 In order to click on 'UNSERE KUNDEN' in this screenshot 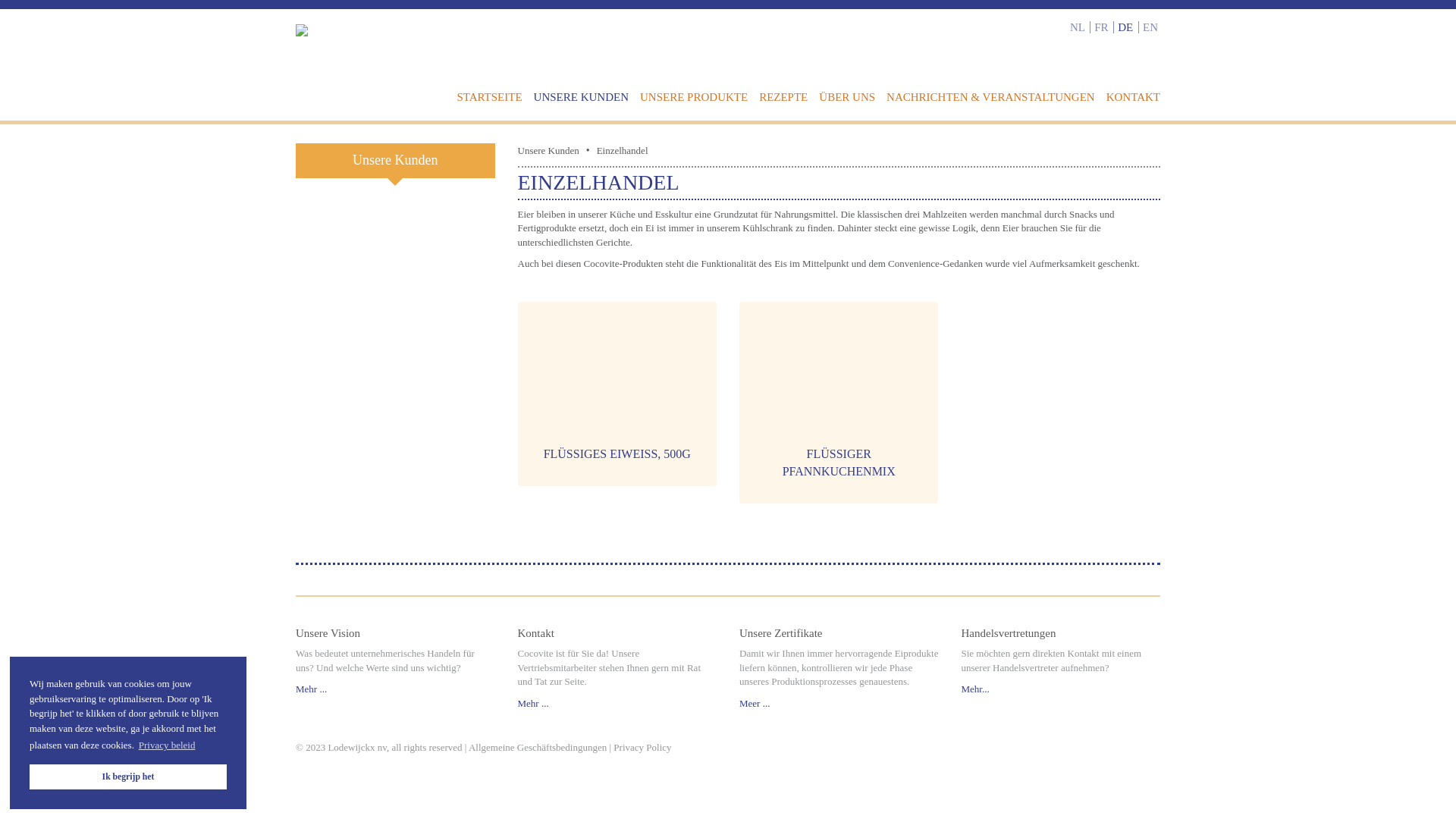, I will do `click(582, 96)`.